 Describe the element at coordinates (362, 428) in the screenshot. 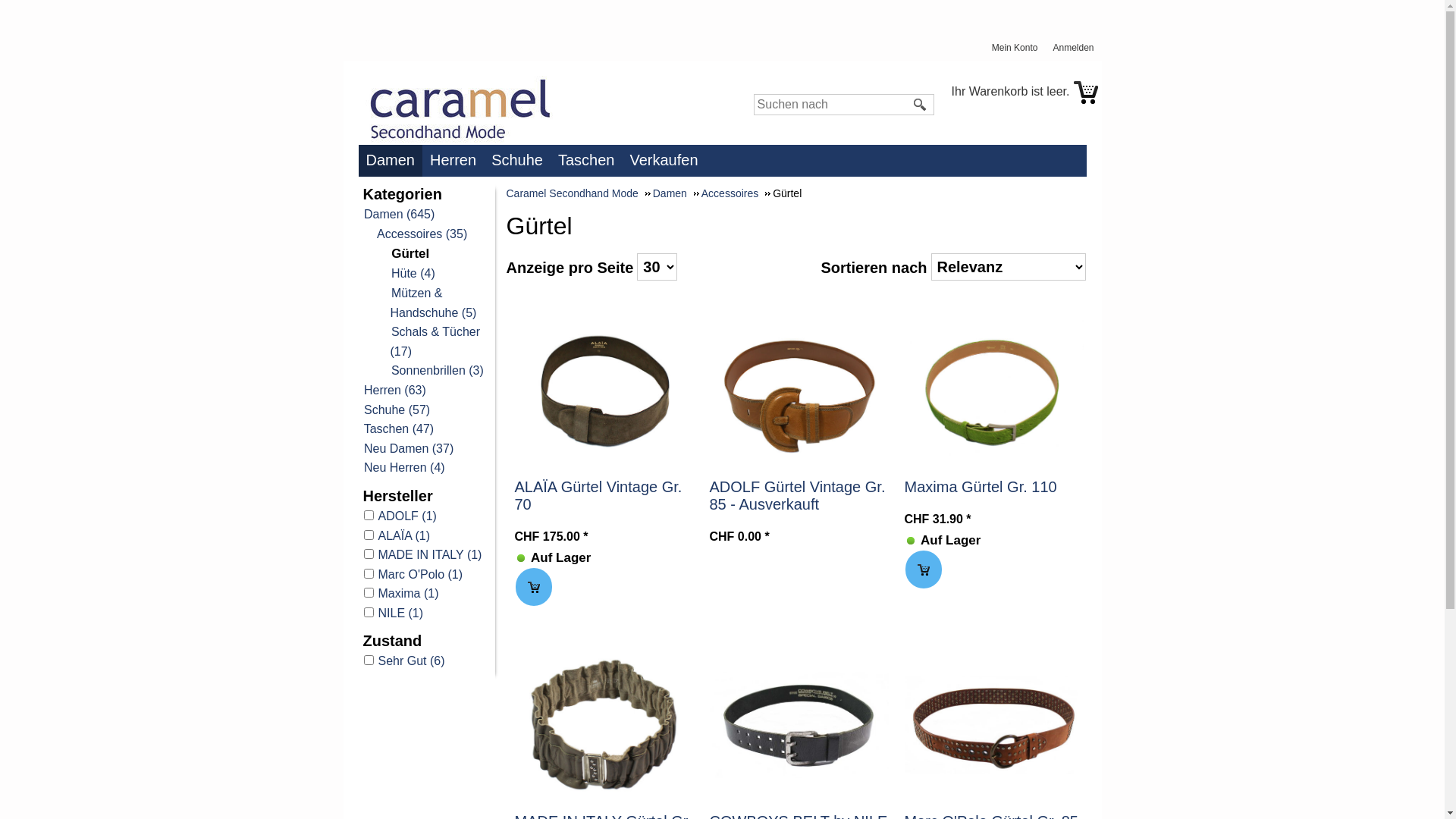

I see `'Taschen (47)'` at that location.